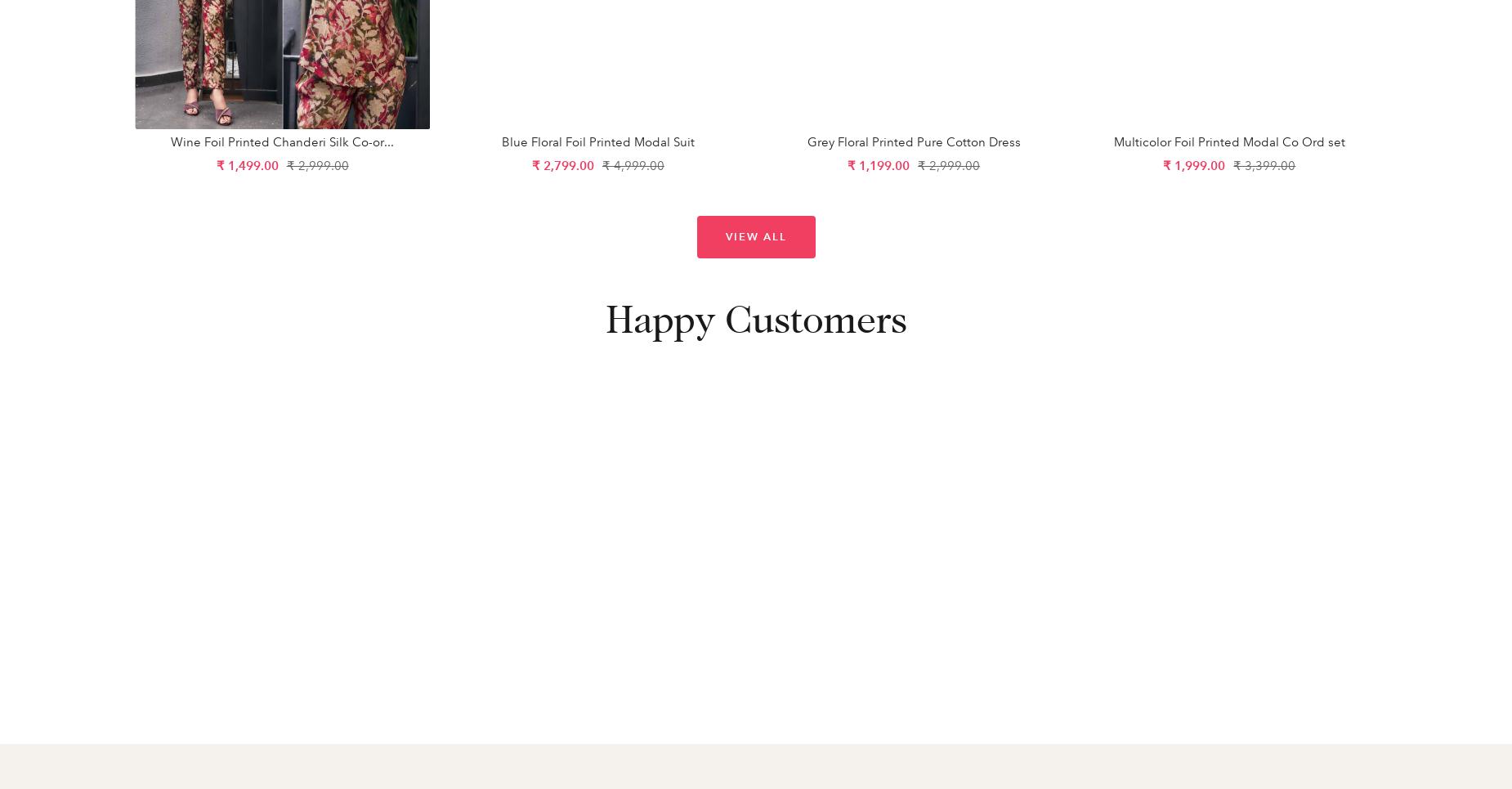 The height and width of the screenshot is (789, 1512). I want to click on 'Multicolor Foil Printed Modal Co Ord set', so click(1228, 141).